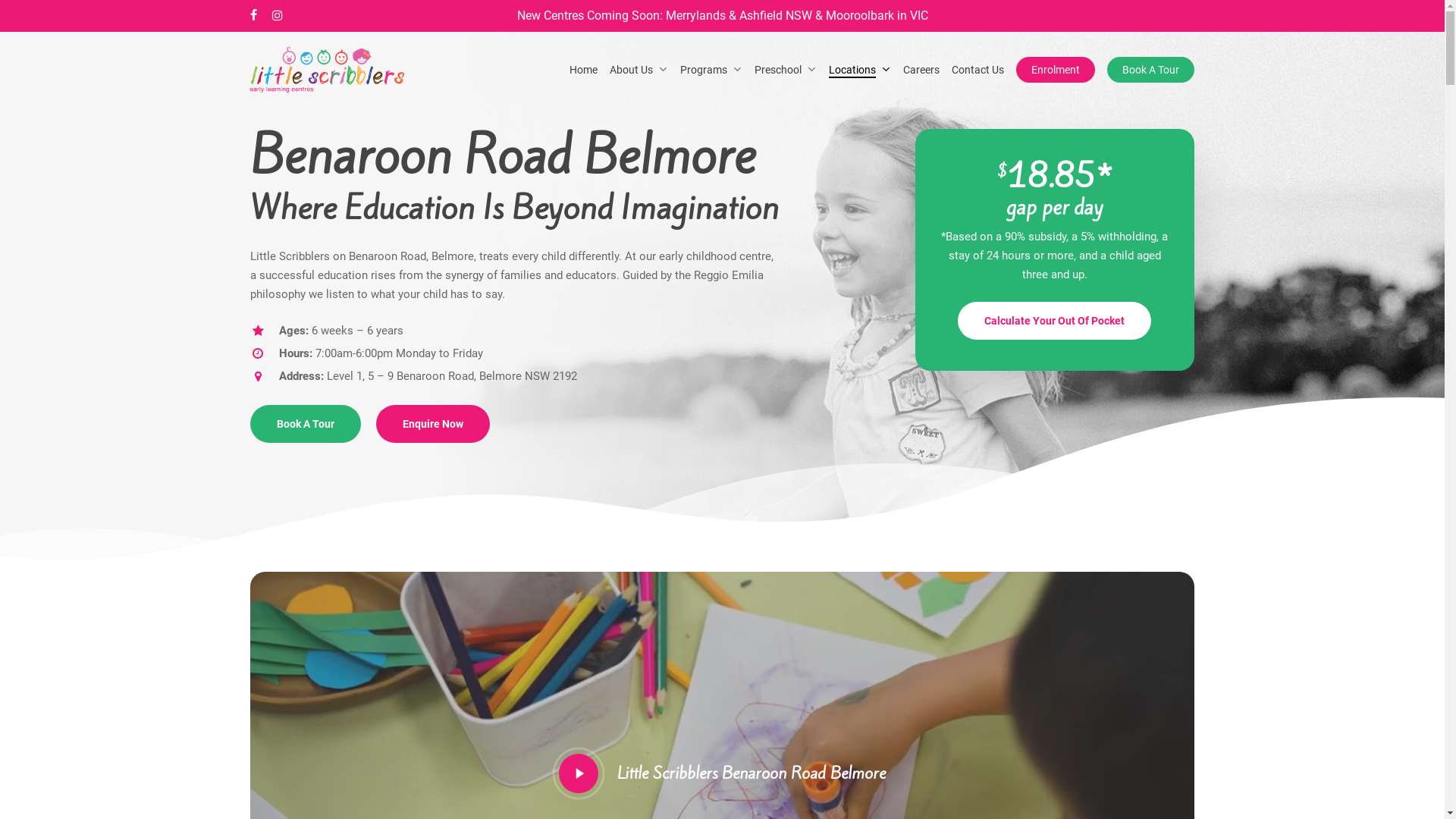  Describe the element at coordinates (1053, 320) in the screenshot. I see `'Calculate Your Out Of Pocket'` at that location.